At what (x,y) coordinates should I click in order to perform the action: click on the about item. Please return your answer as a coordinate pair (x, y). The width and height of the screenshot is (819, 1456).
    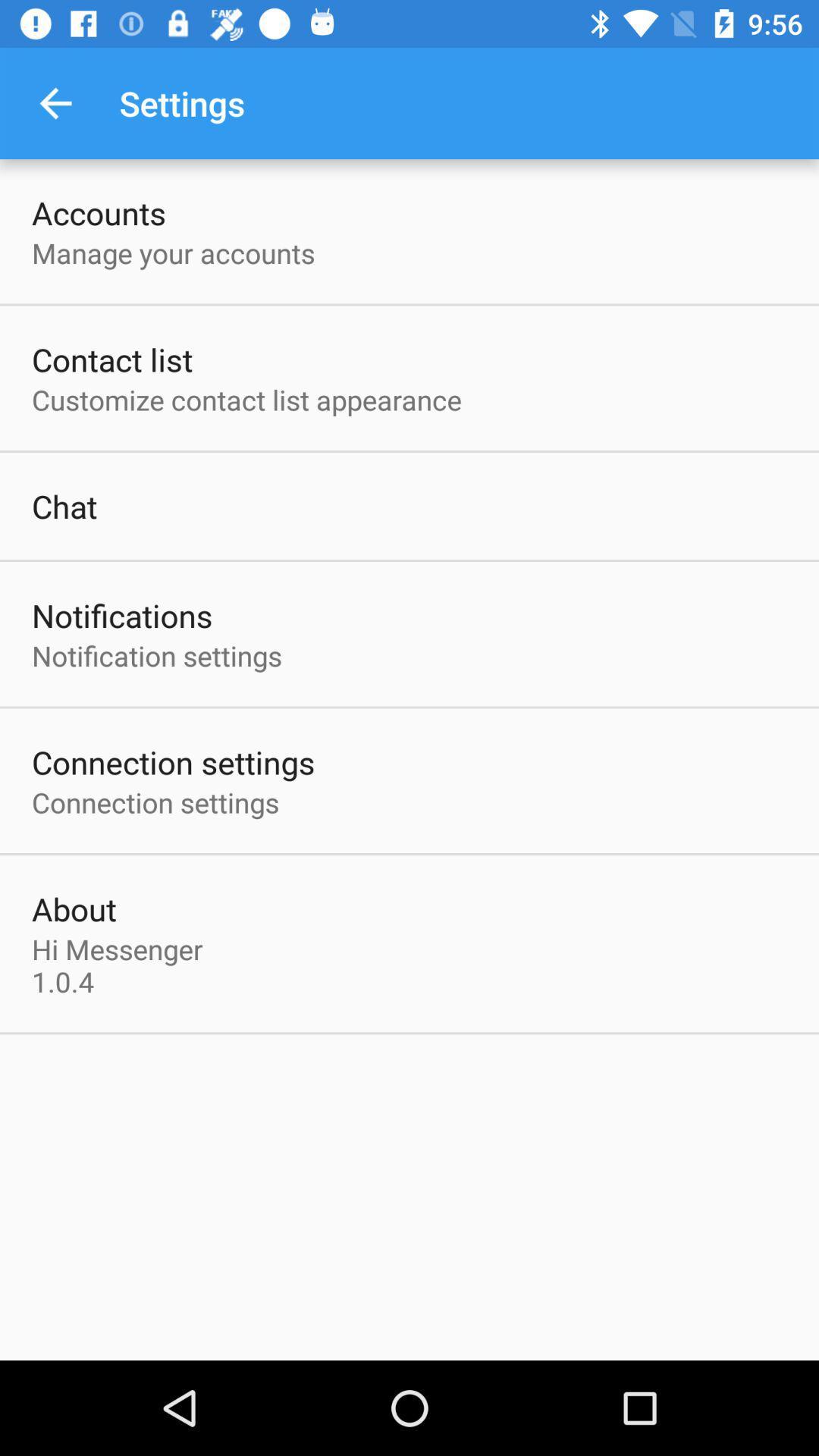
    Looking at the image, I should click on (74, 908).